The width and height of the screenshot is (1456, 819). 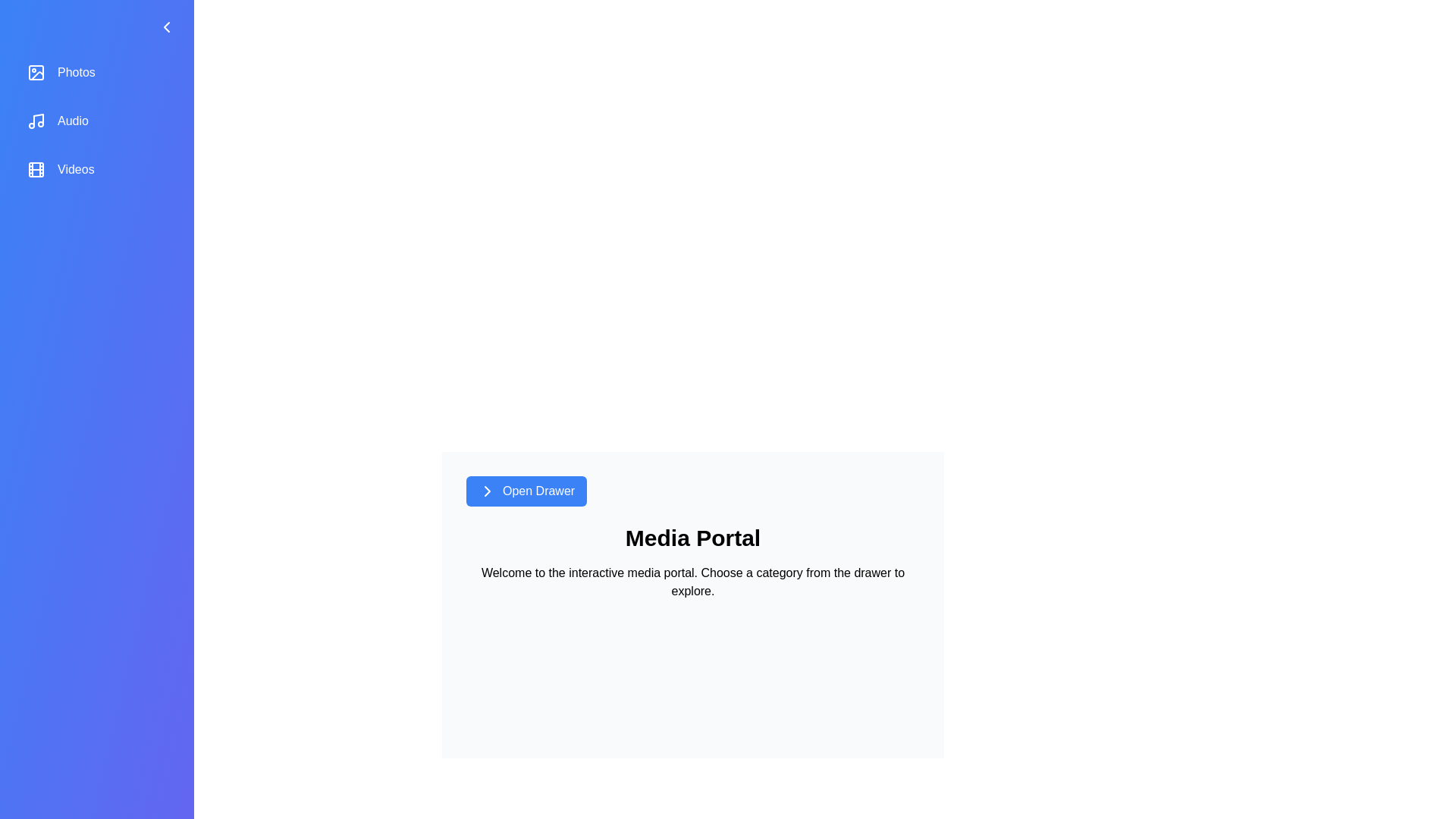 I want to click on the 'Open Drawer' button to toggle the drawer's state, so click(x=526, y=491).